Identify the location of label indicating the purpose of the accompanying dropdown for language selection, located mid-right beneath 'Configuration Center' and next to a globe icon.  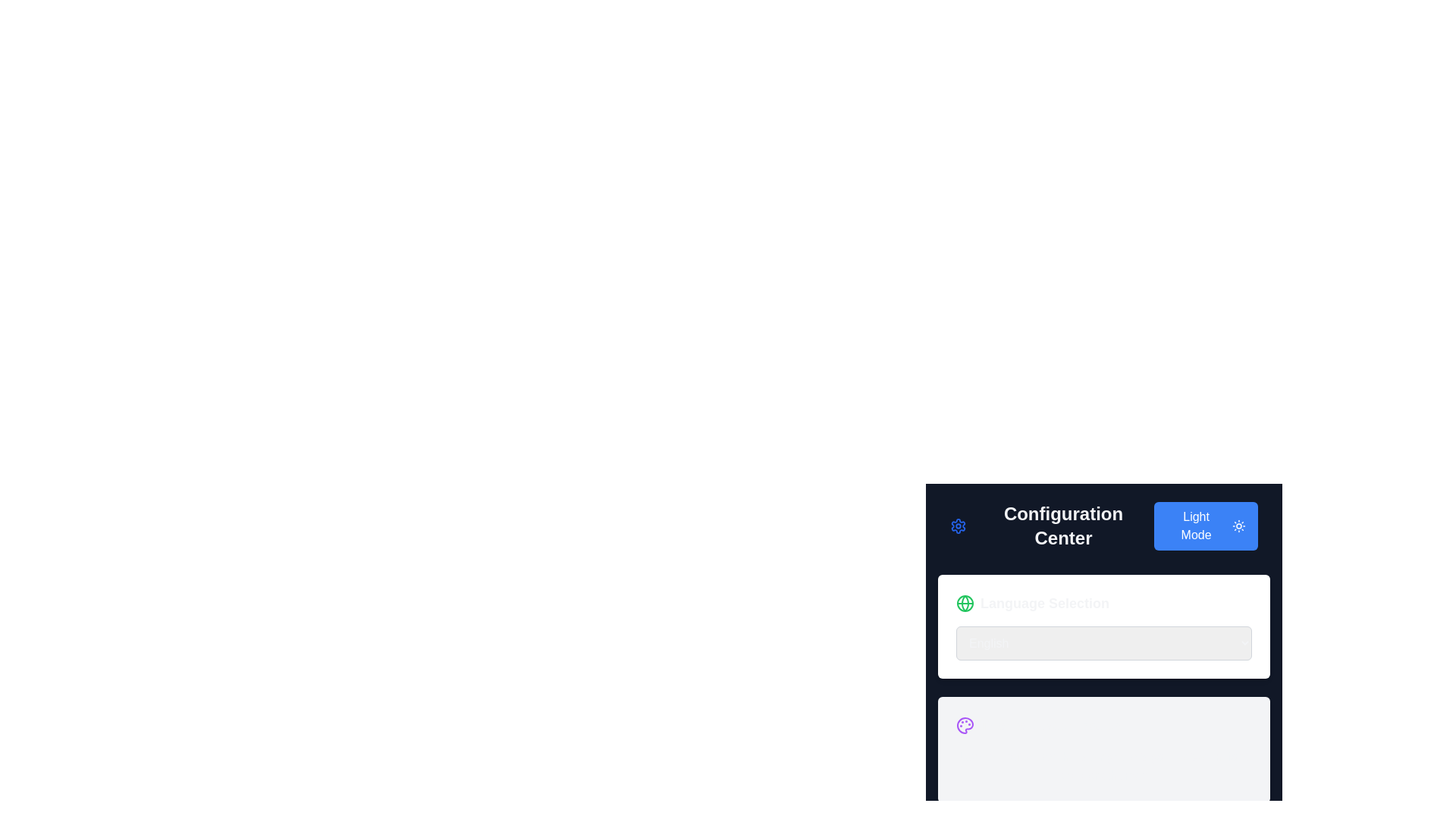
(1043, 602).